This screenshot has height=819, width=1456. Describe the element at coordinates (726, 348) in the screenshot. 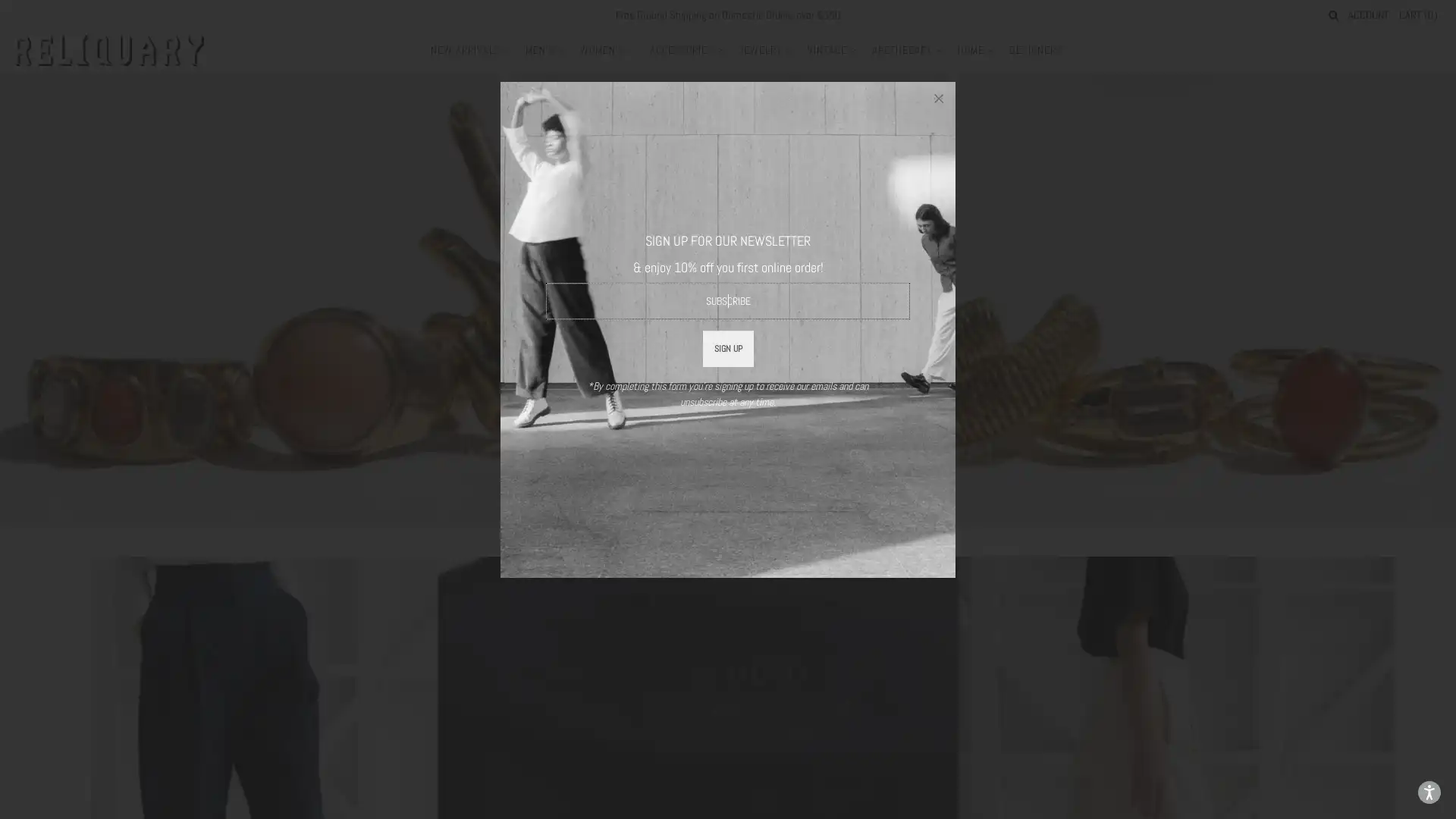

I see `Sign Up` at that location.